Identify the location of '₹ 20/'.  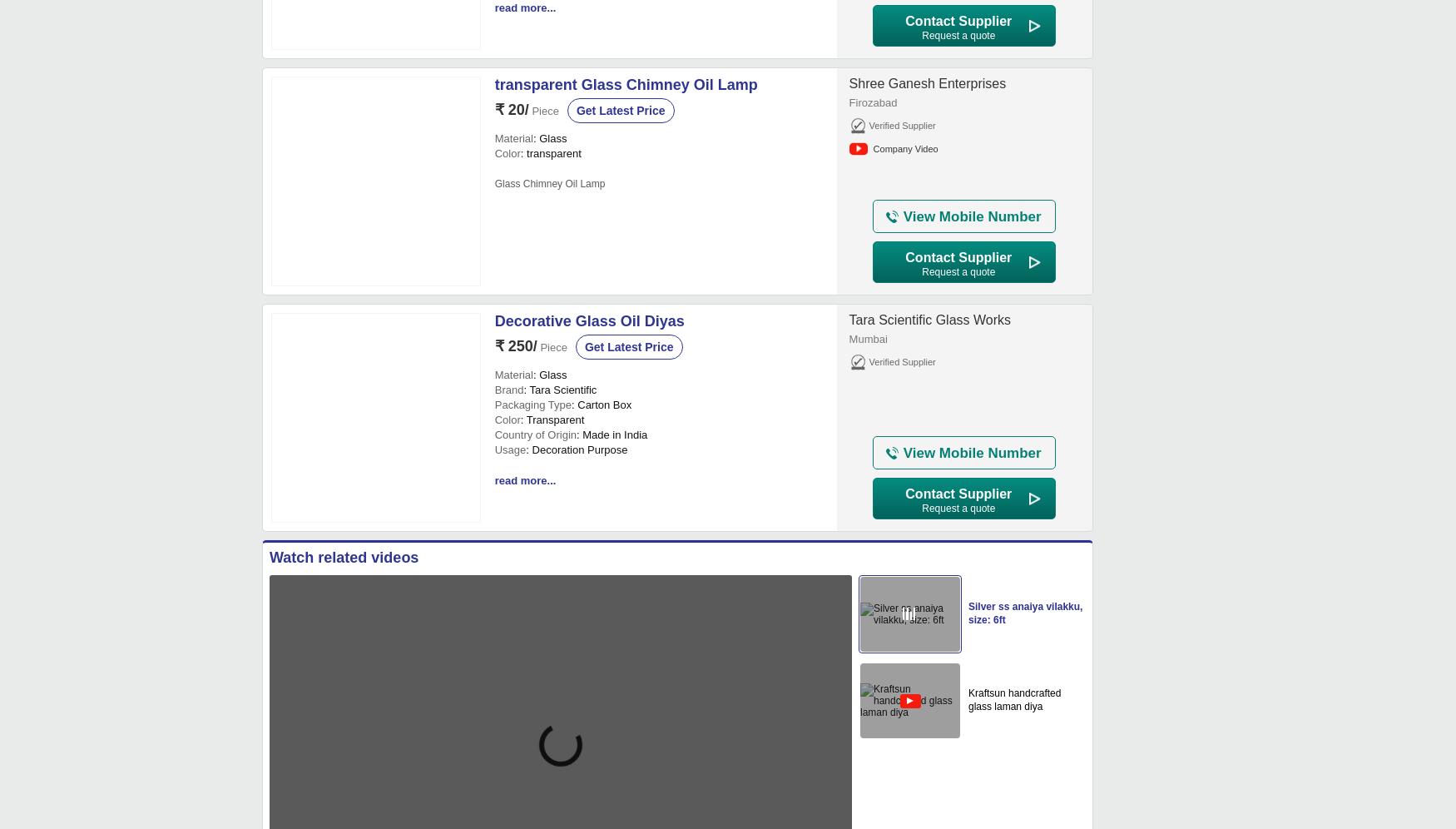
(511, 108).